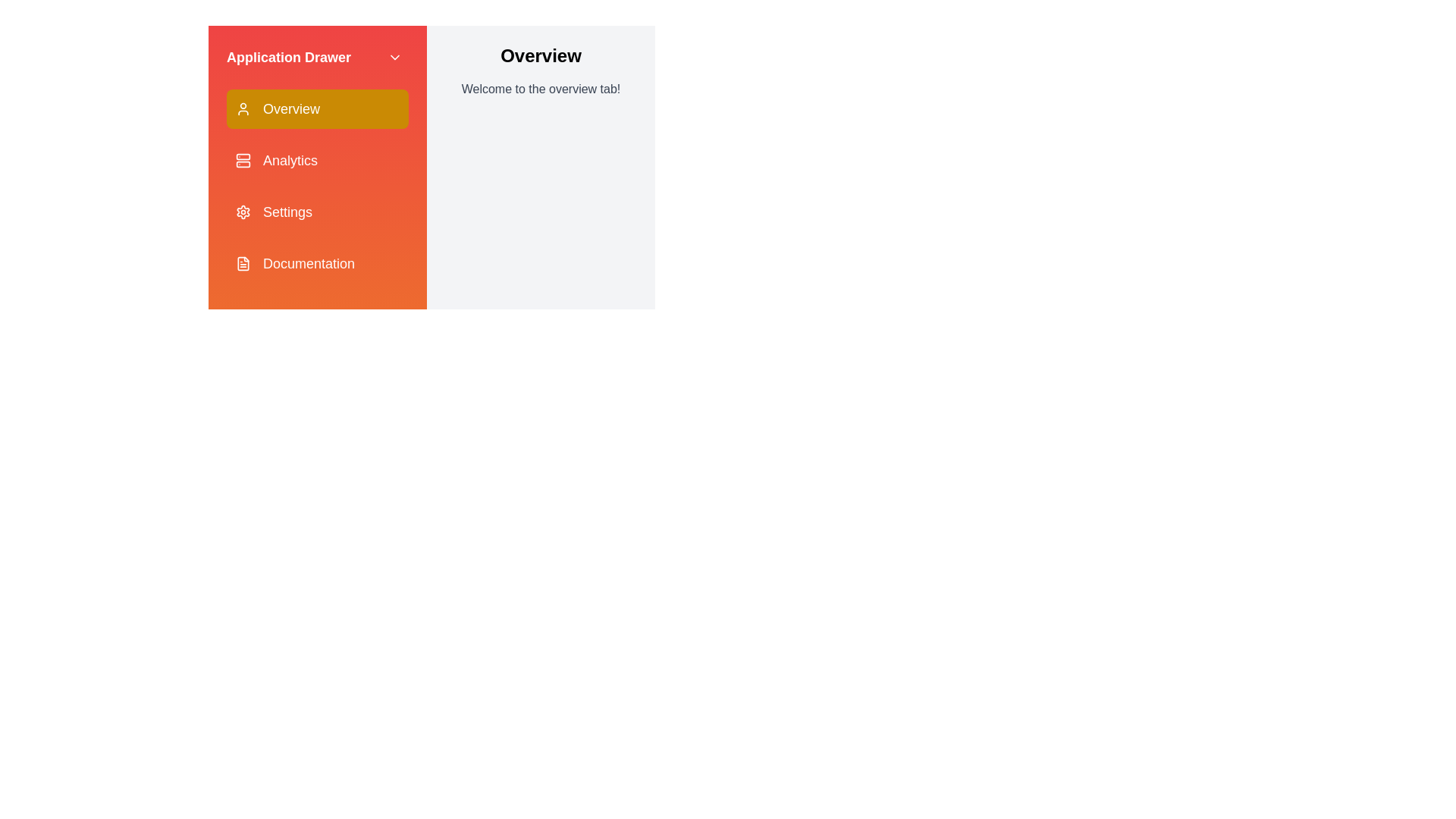 The width and height of the screenshot is (1456, 819). Describe the element at coordinates (316, 262) in the screenshot. I see `the tab labeled Documentation in the drawer to select it` at that location.